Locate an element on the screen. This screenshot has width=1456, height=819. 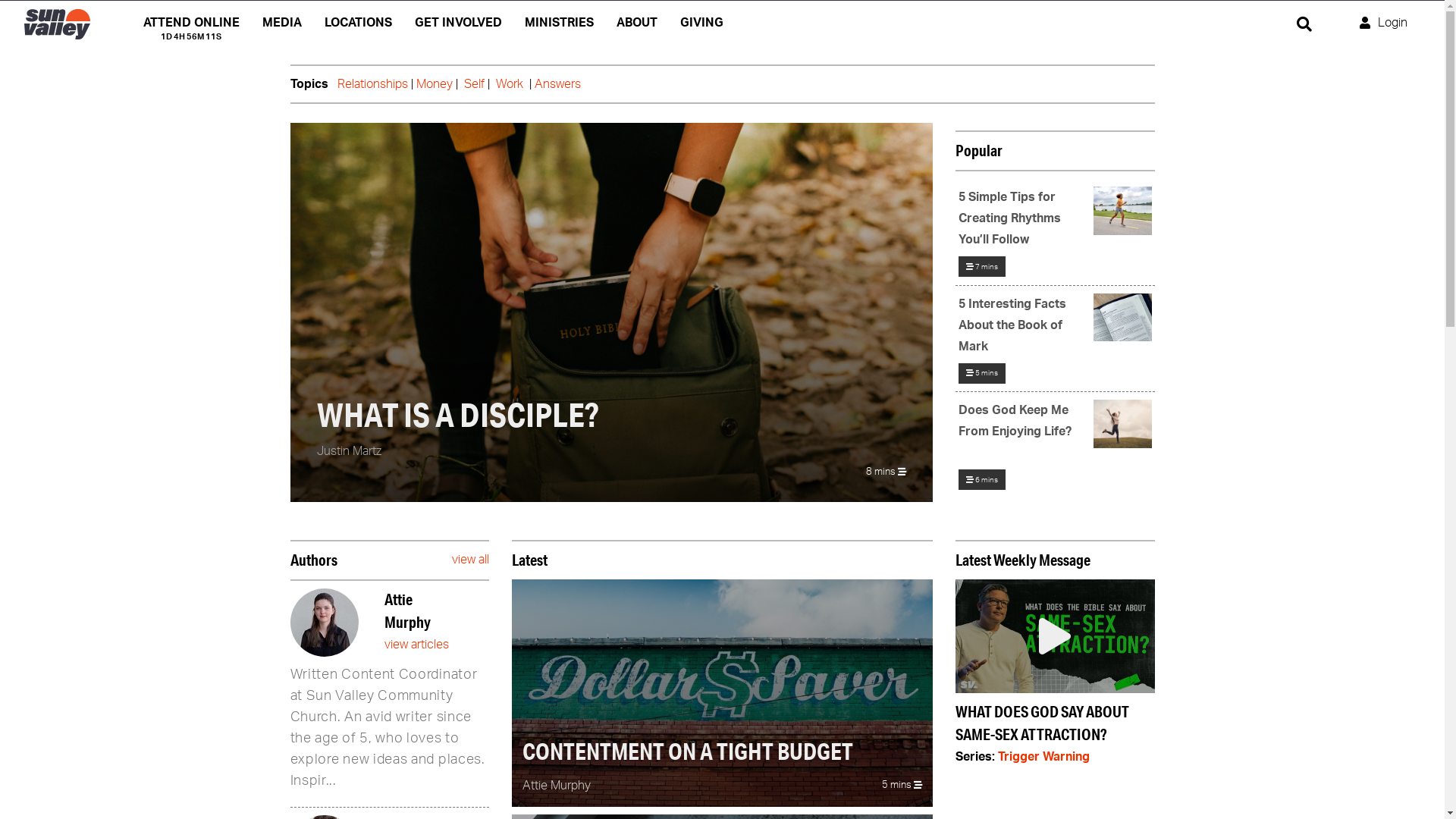
'Does God Keep Me From Enjoying Life?' is located at coordinates (1055, 431).